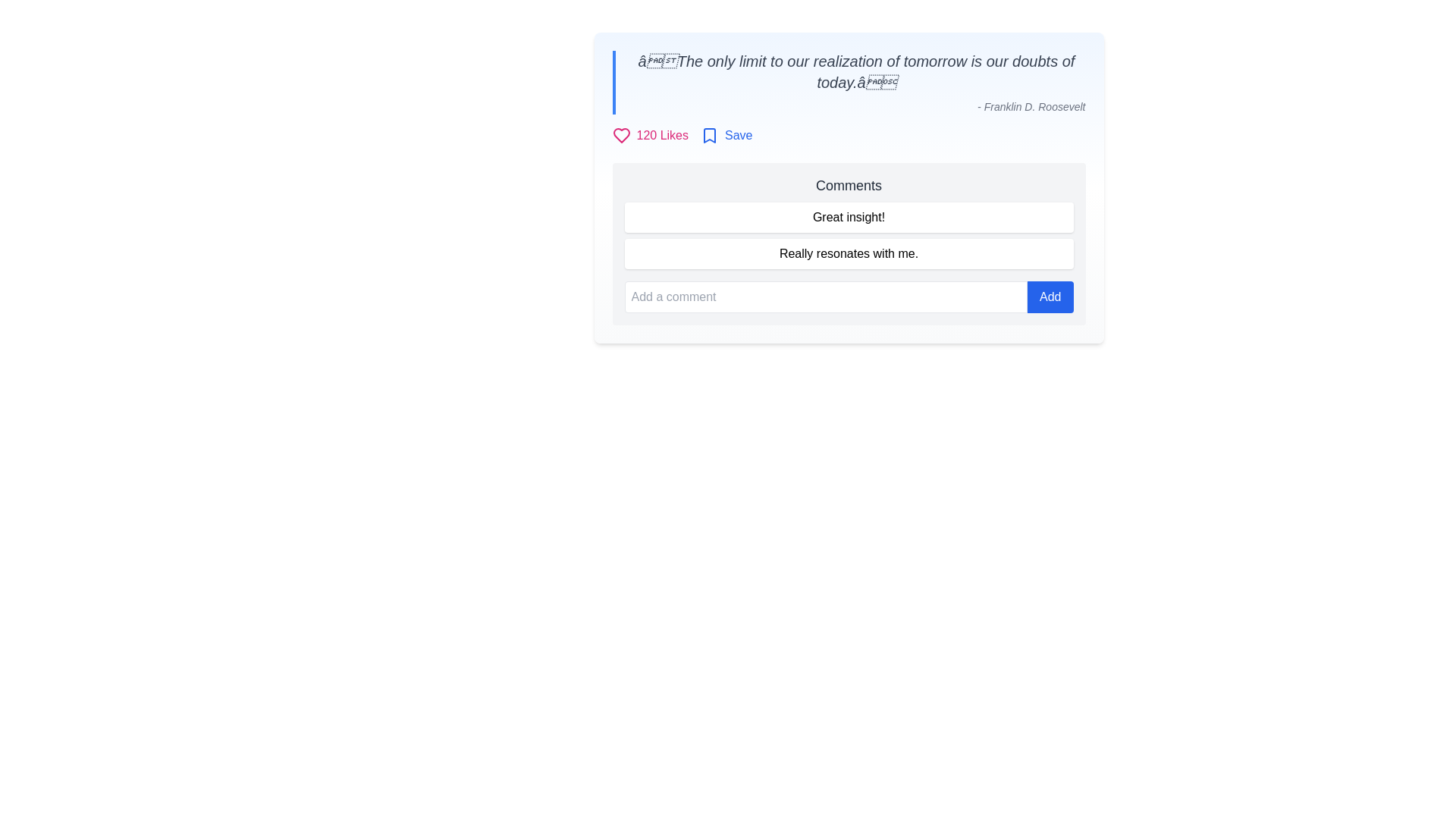 The image size is (1456, 819). I want to click on the rectangular blue button with white text 'Add', so click(1050, 297).